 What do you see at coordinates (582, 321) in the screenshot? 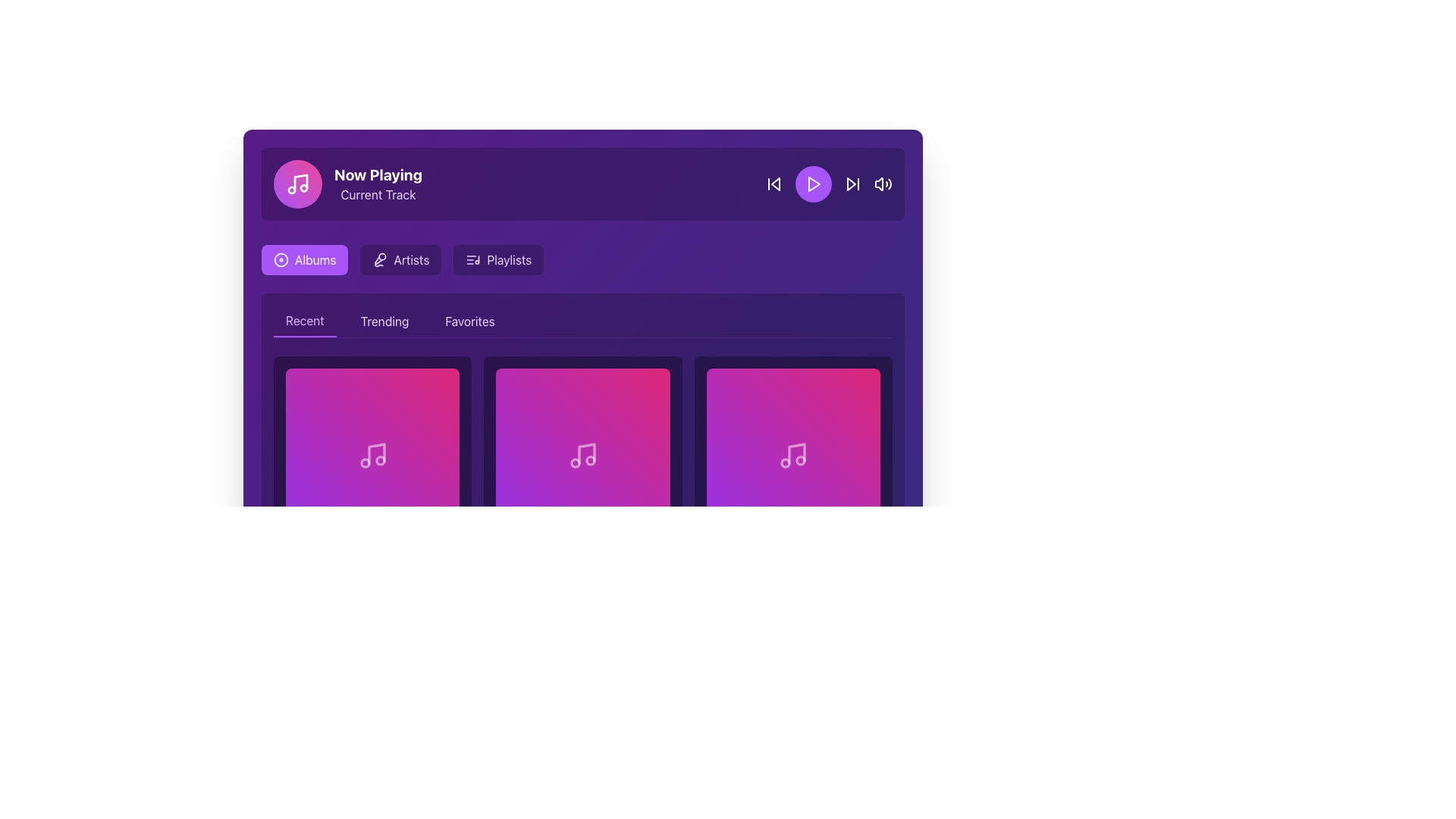
I see `the 'Favorites' tab in the Tab navigation bar` at bounding box center [582, 321].